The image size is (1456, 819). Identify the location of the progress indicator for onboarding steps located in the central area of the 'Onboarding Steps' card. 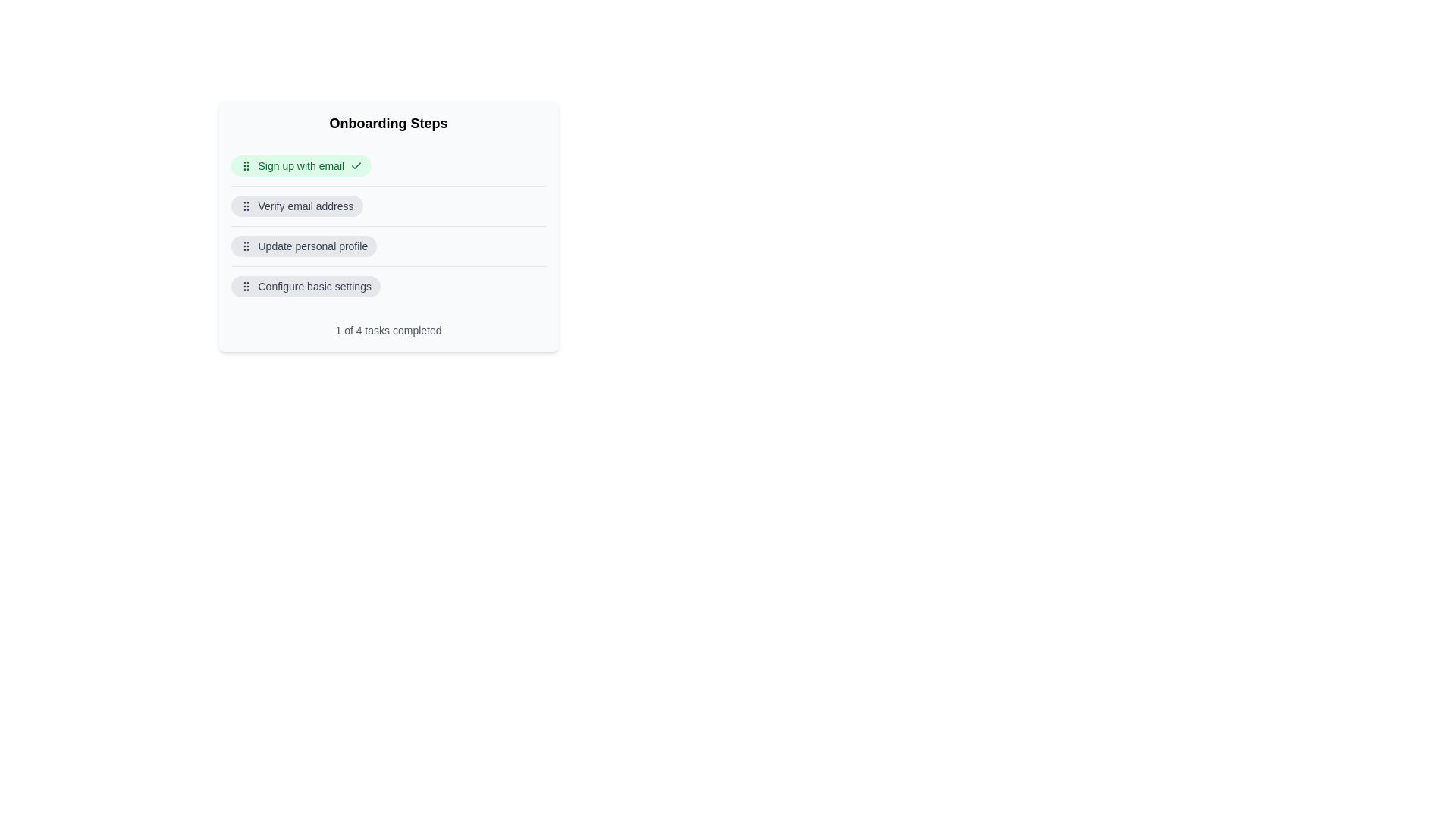
(388, 226).